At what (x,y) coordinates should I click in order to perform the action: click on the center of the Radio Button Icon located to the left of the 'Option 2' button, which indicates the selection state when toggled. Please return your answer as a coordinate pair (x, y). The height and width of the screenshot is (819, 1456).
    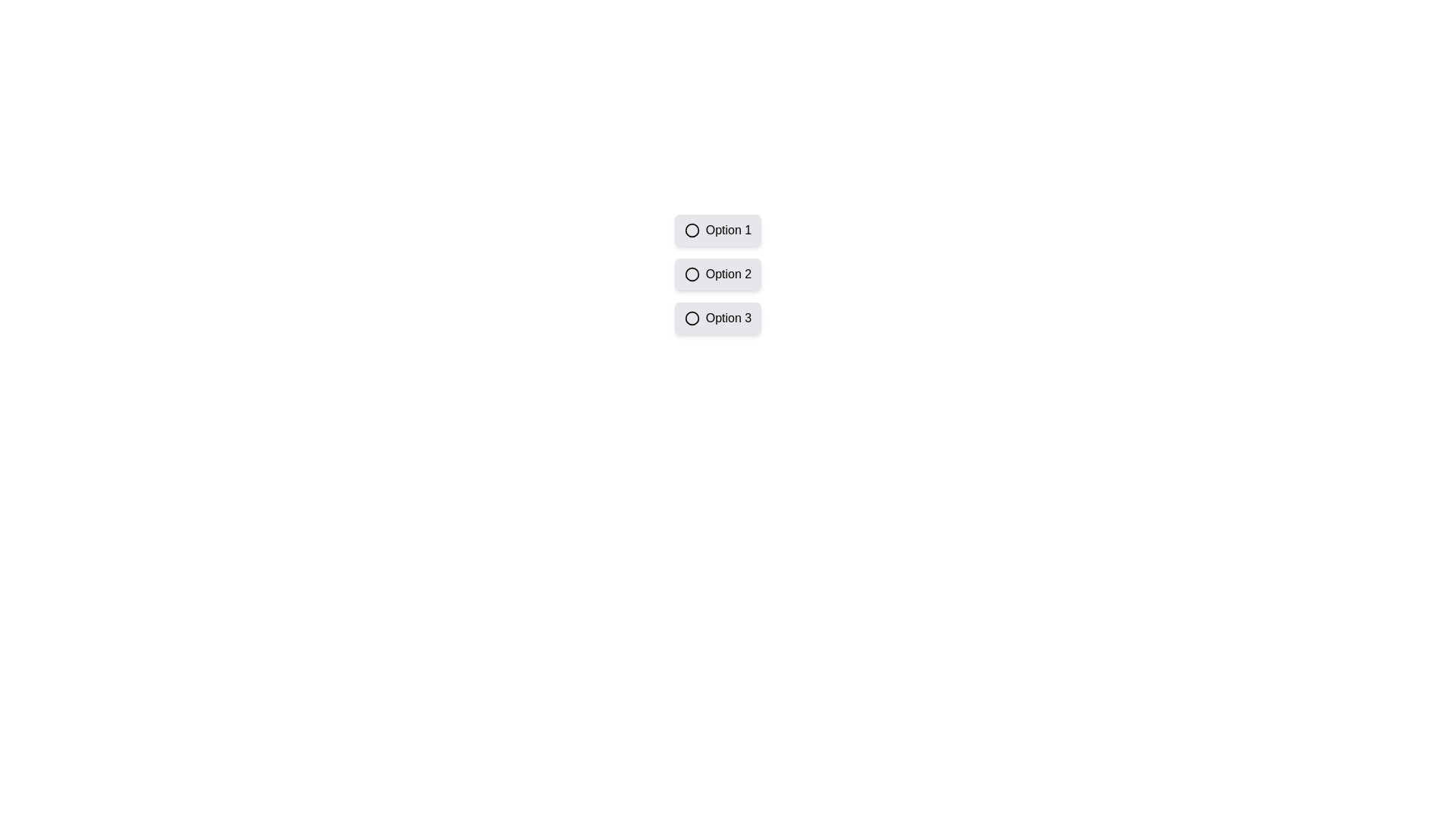
    Looking at the image, I should click on (691, 275).